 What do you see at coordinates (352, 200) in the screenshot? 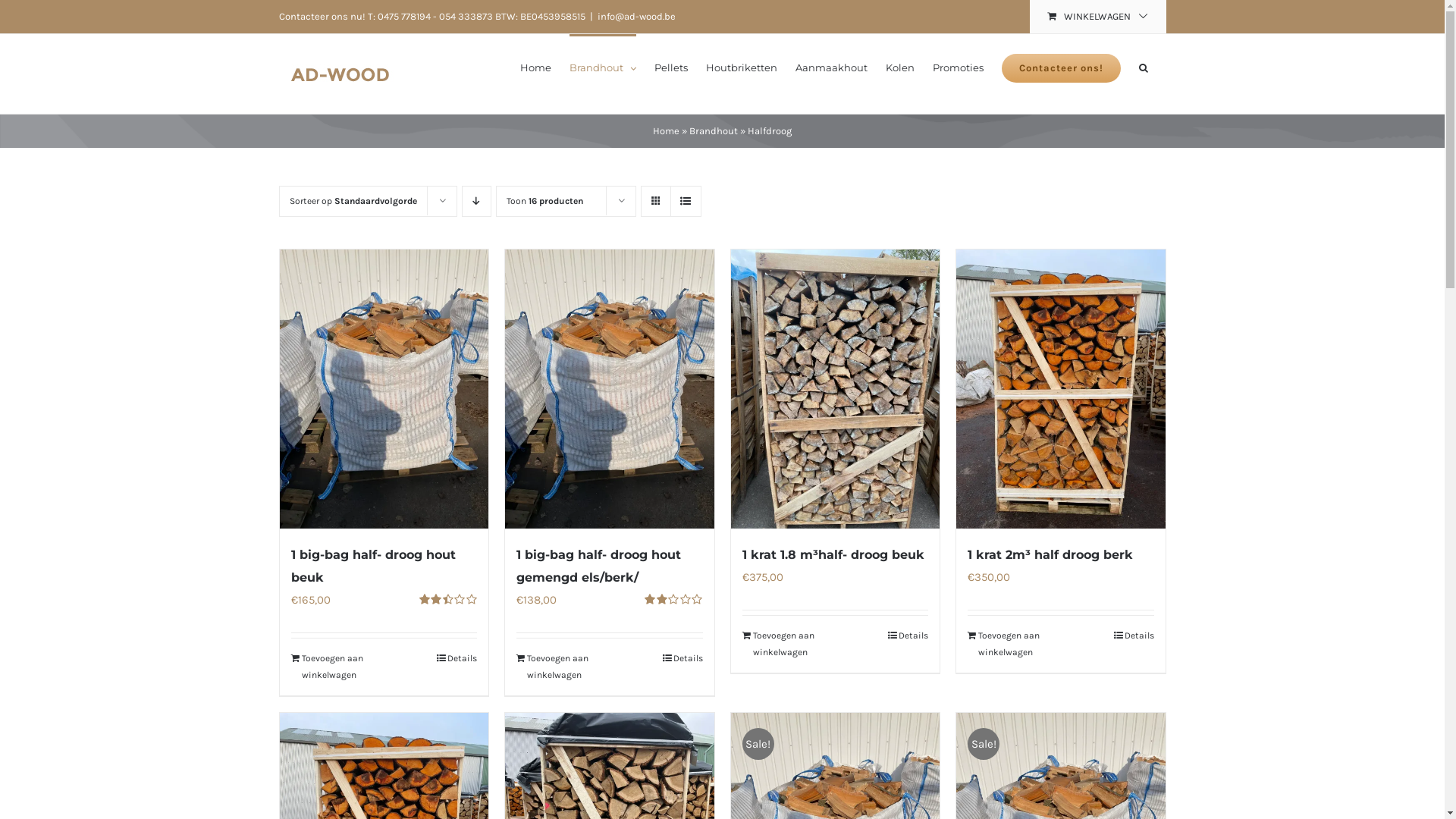
I see `'Sorteer op Standaardvolgorde'` at bounding box center [352, 200].